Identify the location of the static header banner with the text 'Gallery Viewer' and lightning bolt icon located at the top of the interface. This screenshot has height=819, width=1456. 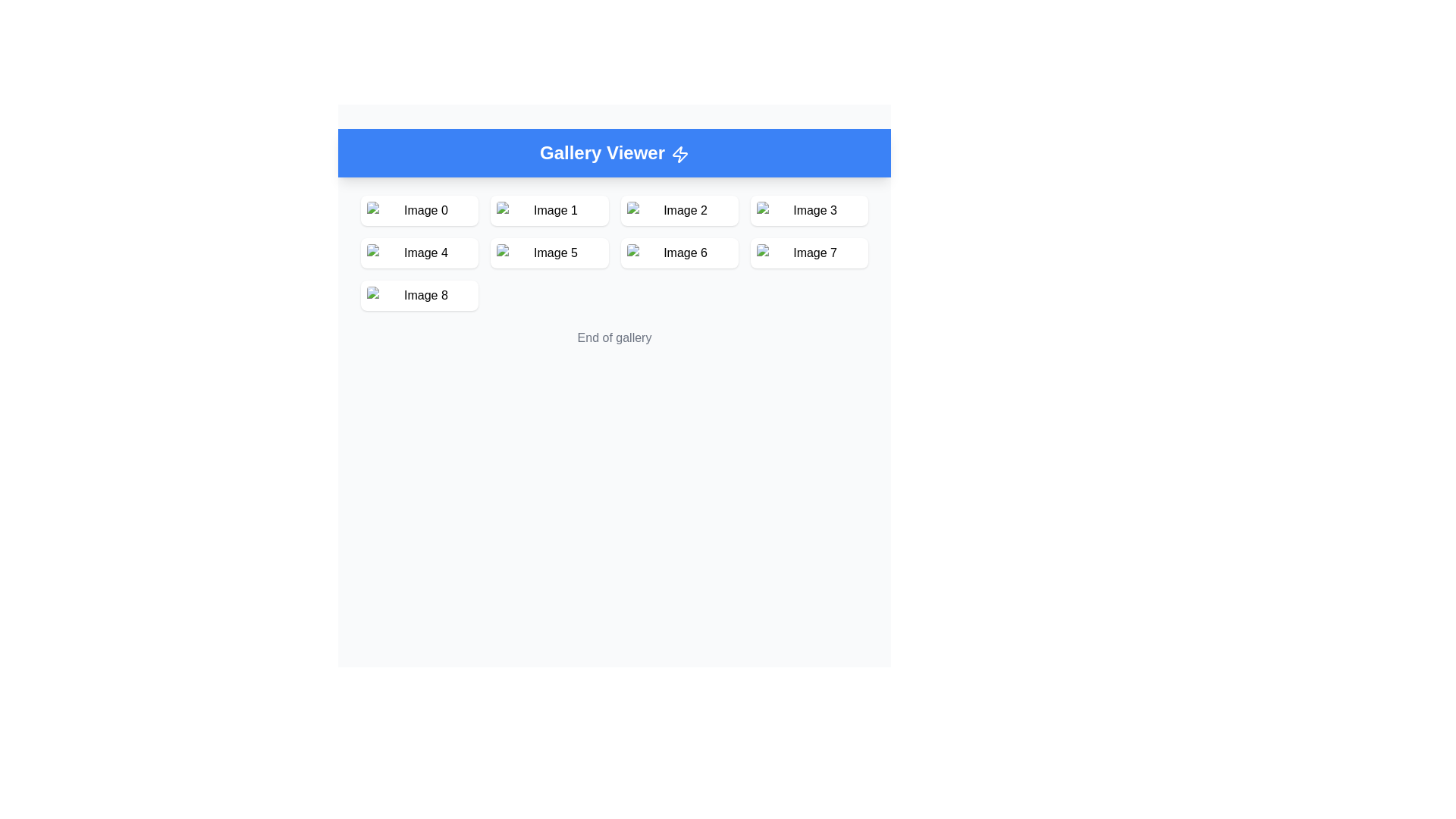
(614, 152).